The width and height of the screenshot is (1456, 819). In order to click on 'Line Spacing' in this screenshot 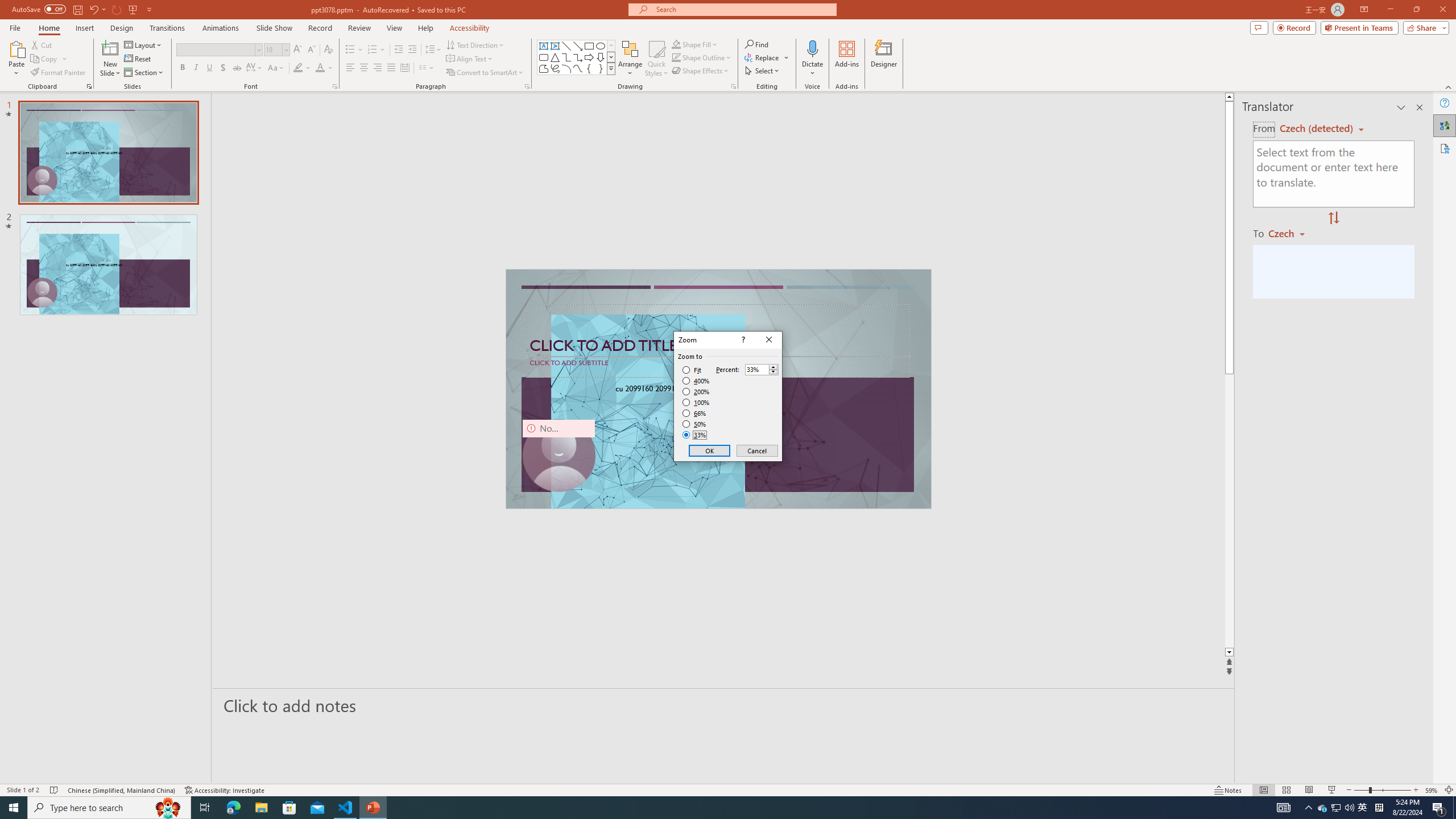, I will do `click(433, 49)`.